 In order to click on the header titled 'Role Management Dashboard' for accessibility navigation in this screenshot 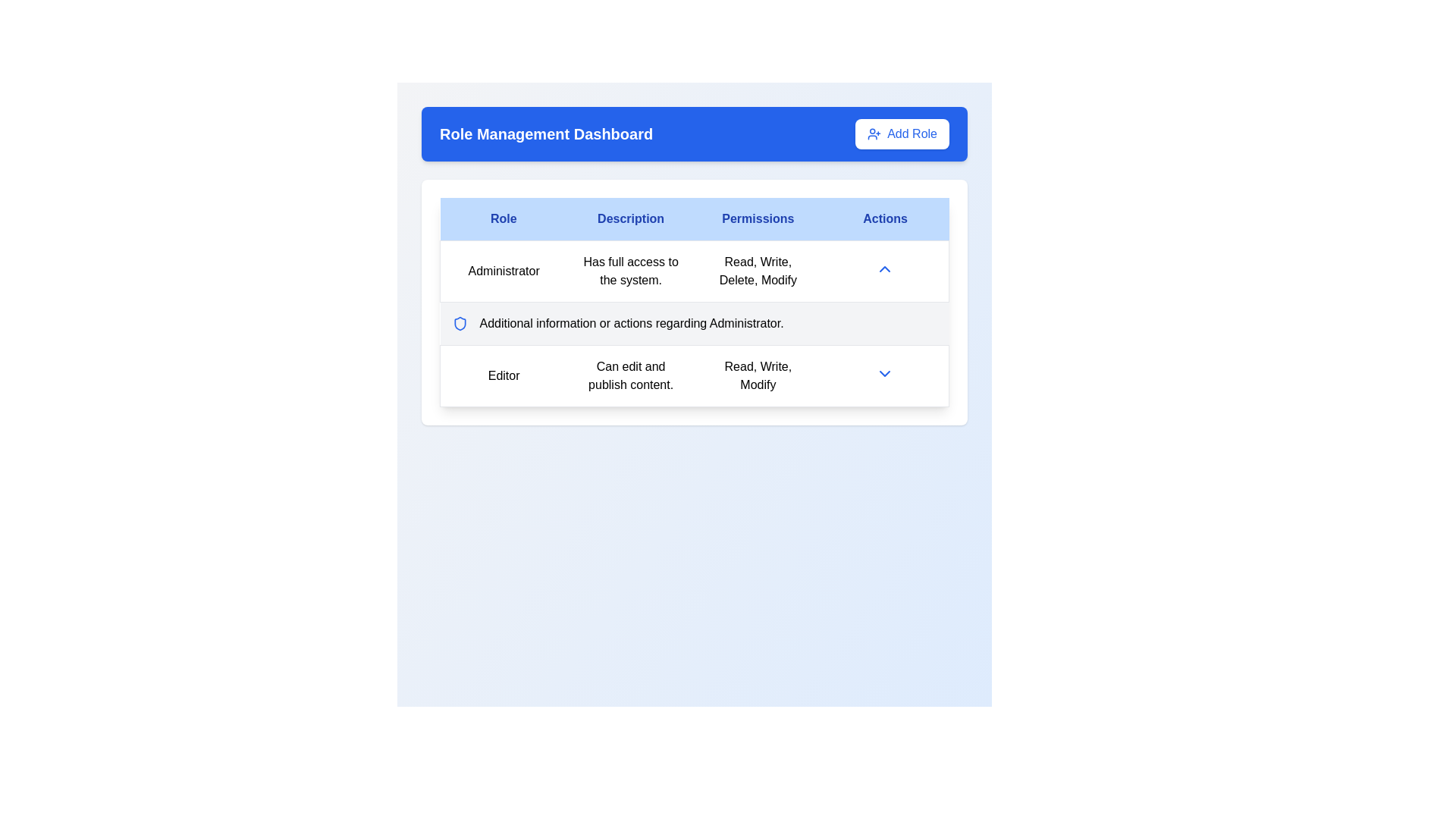, I will do `click(694, 133)`.